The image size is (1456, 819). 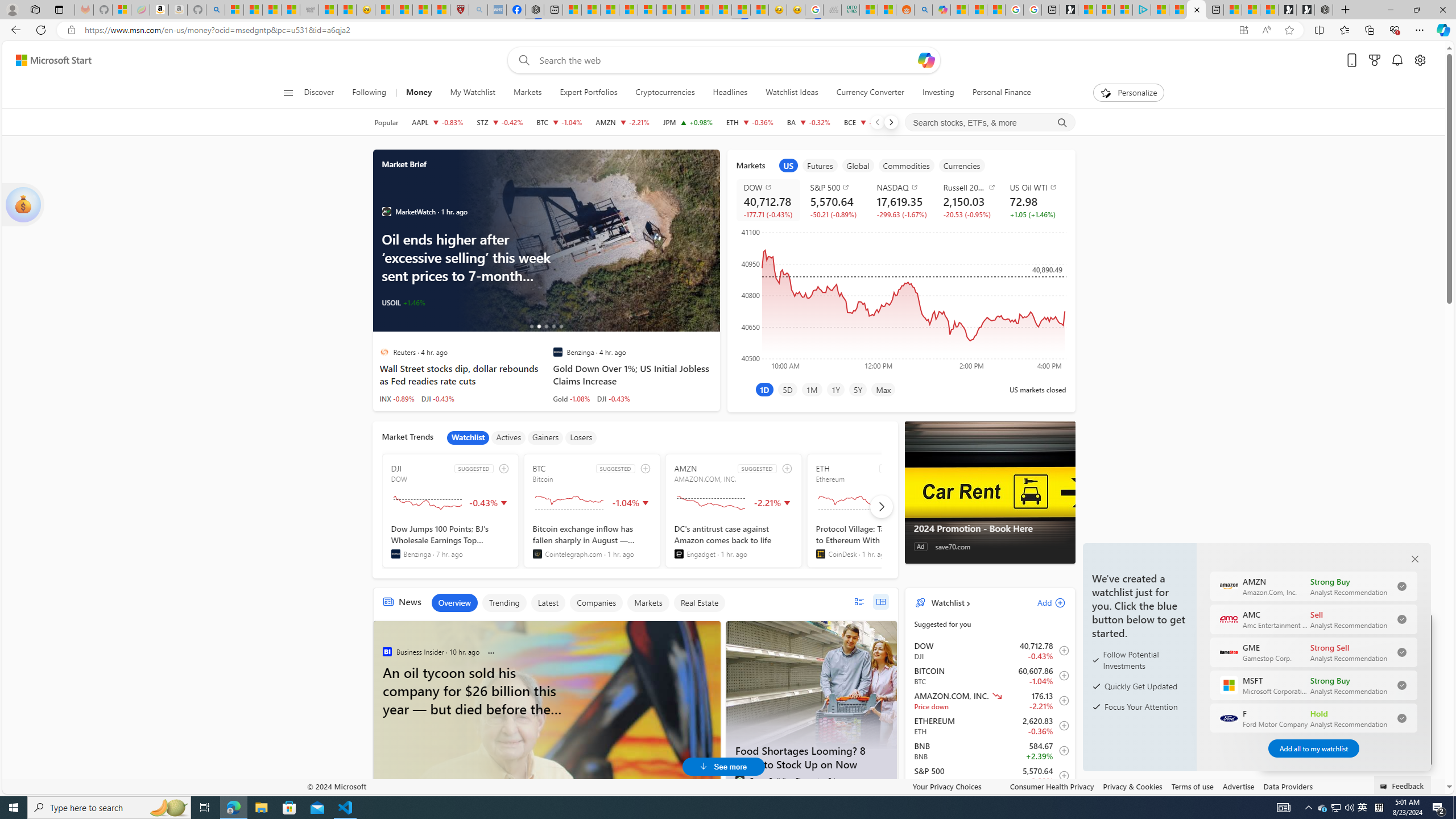 What do you see at coordinates (287, 92) in the screenshot?
I see `'Open navigation menu'` at bounding box center [287, 92].